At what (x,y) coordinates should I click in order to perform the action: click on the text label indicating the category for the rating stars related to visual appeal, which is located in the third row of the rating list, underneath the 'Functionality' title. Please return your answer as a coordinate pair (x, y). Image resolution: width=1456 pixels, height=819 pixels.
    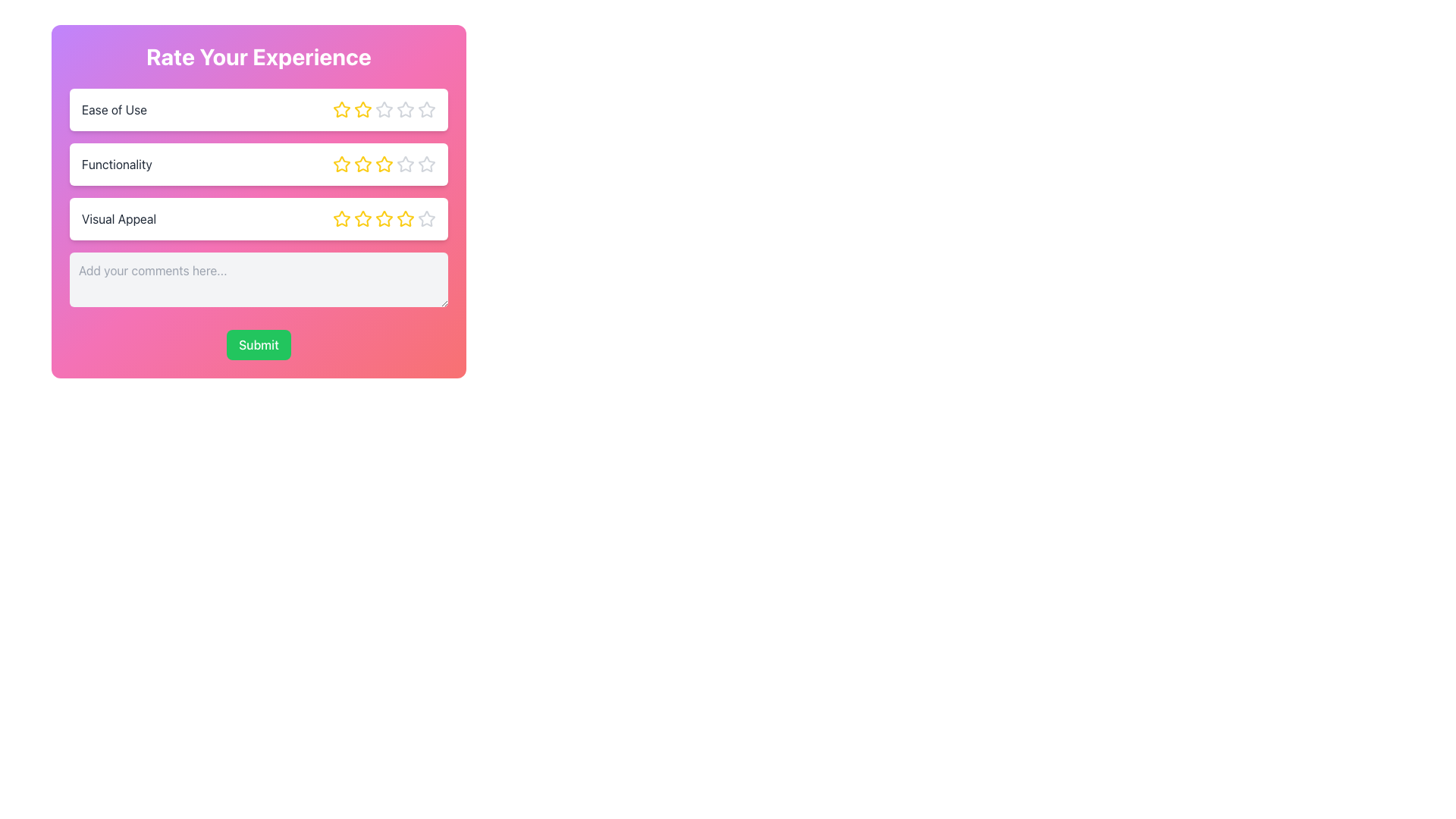
    Looking at the image, I should click on (118, 219).